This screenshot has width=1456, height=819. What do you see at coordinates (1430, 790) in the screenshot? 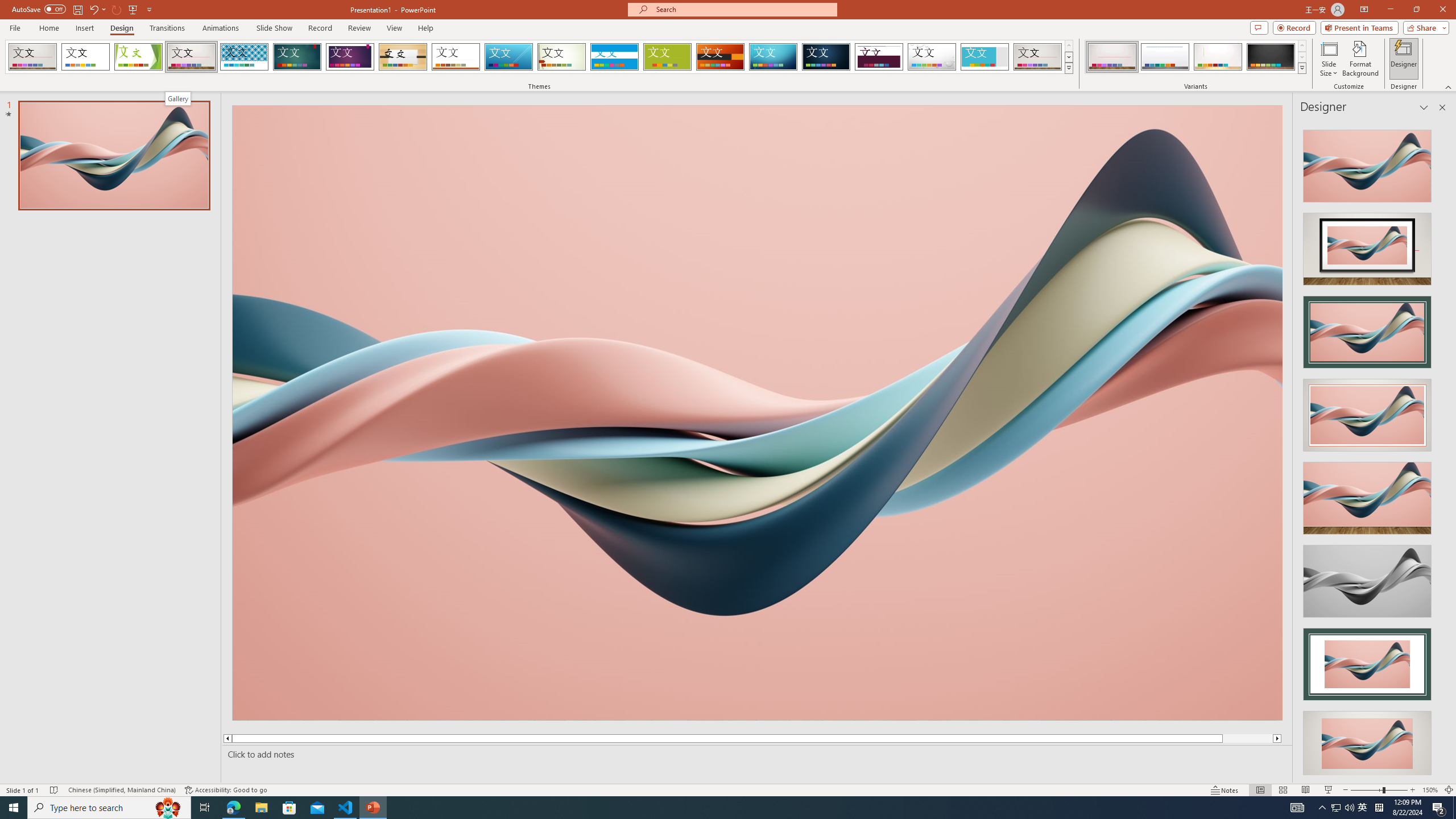
I see `'Zoom 150%'` at bounding box center [1430, 790].